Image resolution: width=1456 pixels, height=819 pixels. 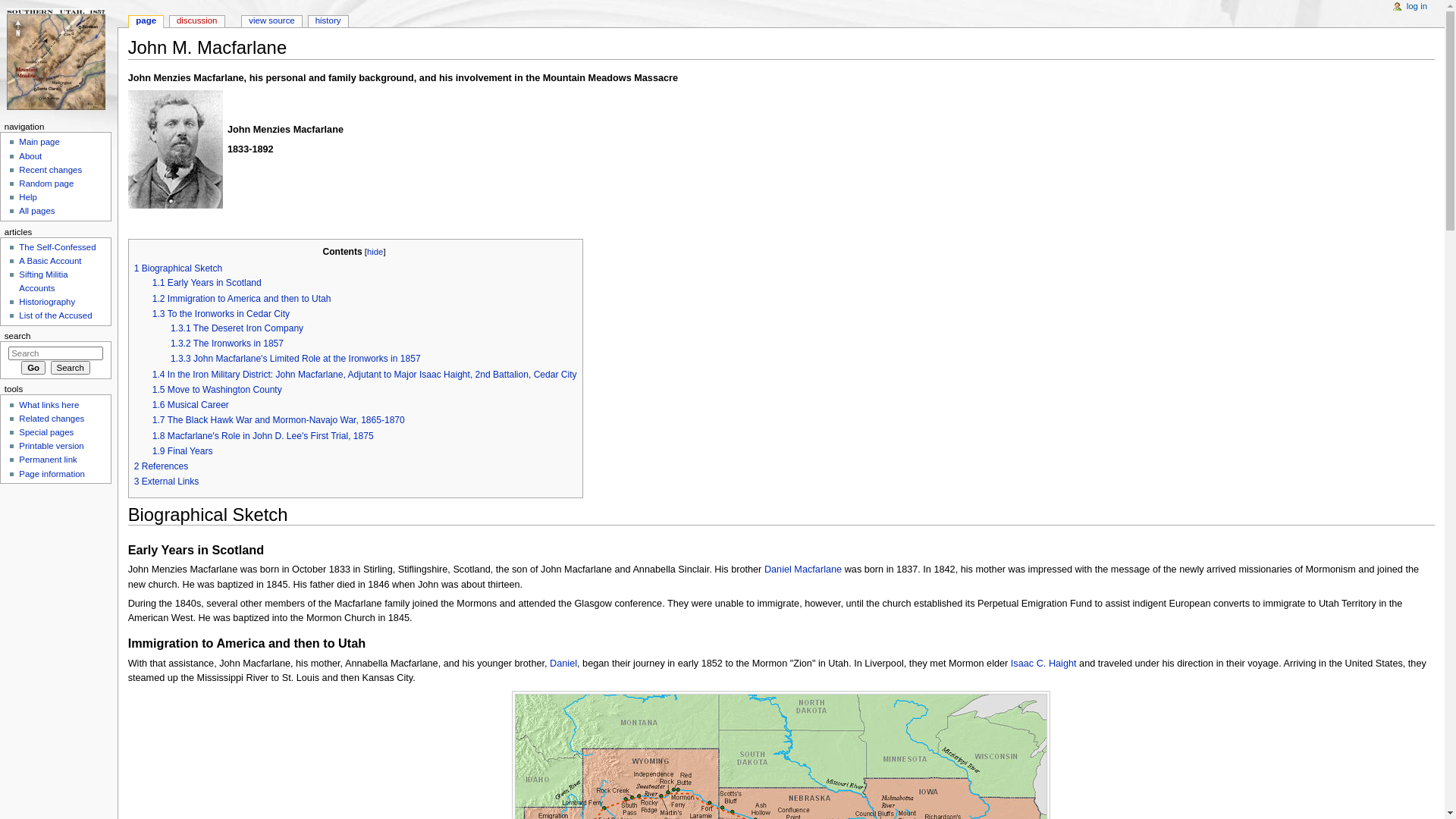 I want to click on 'Page information', so click(x=52, y=472).